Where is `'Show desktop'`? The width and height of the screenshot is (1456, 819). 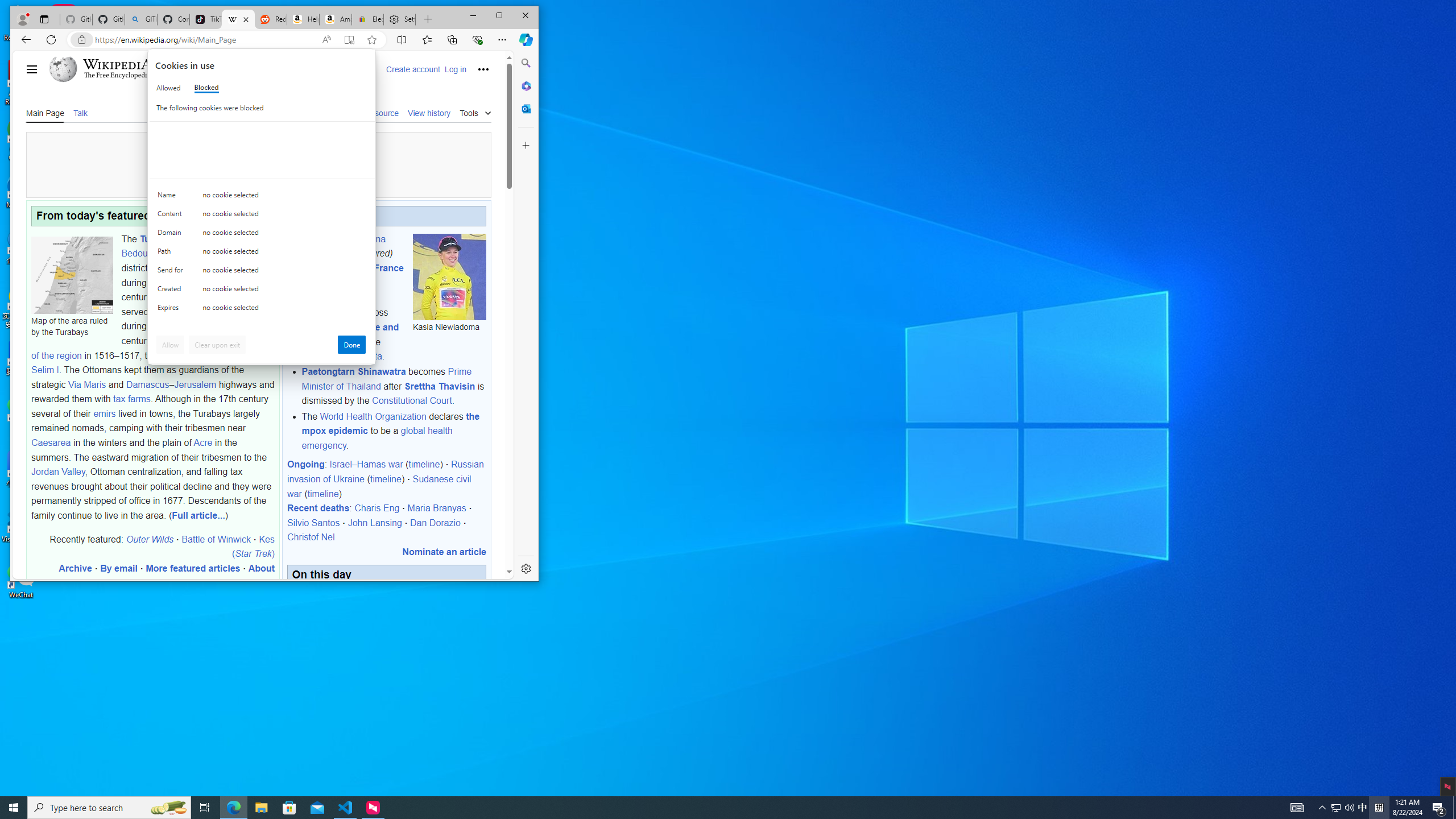
'Show desktop' is located at coordinates (1454, 806).